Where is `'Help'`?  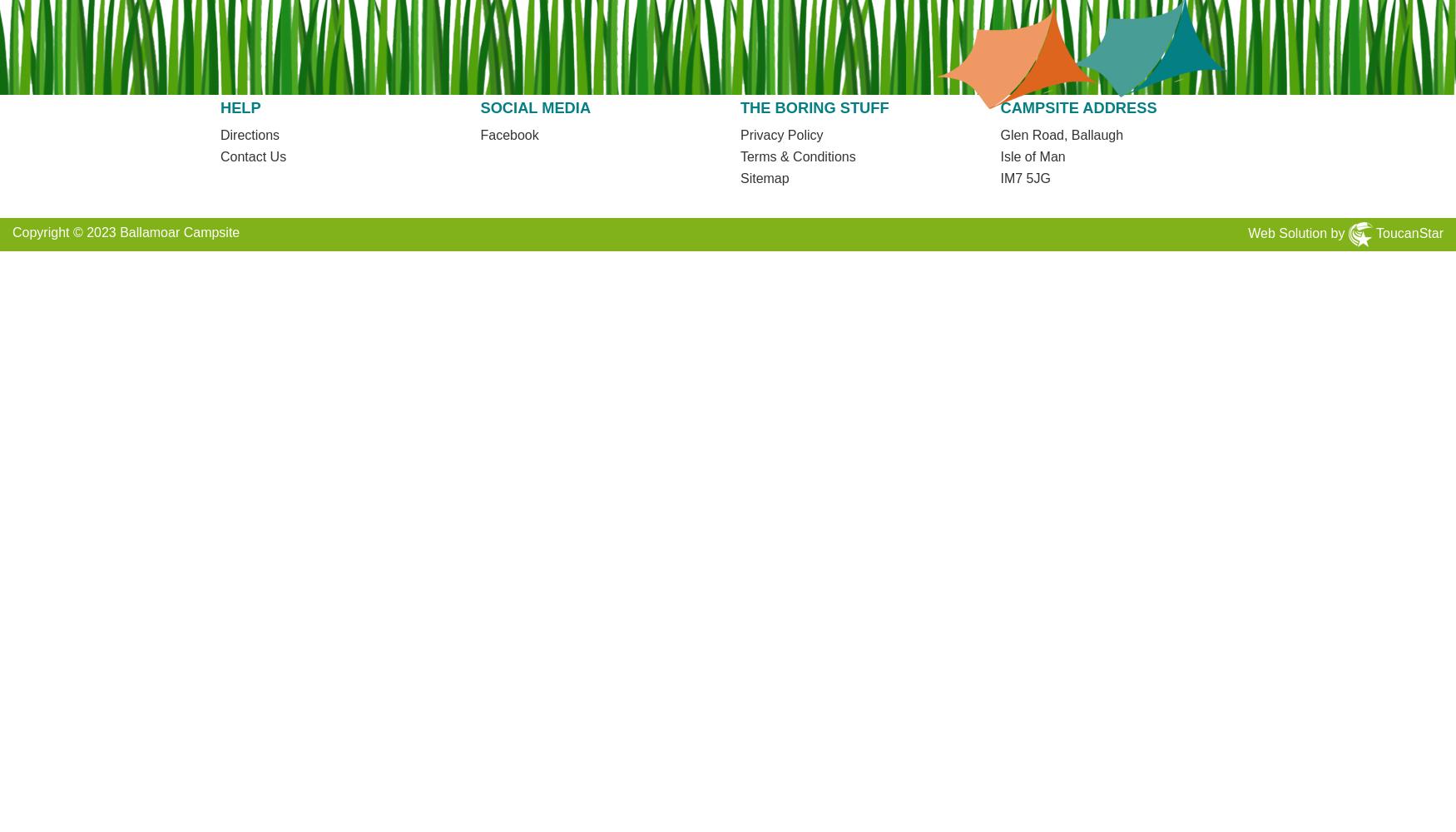 'Help' is located at coordinates (239, 106).